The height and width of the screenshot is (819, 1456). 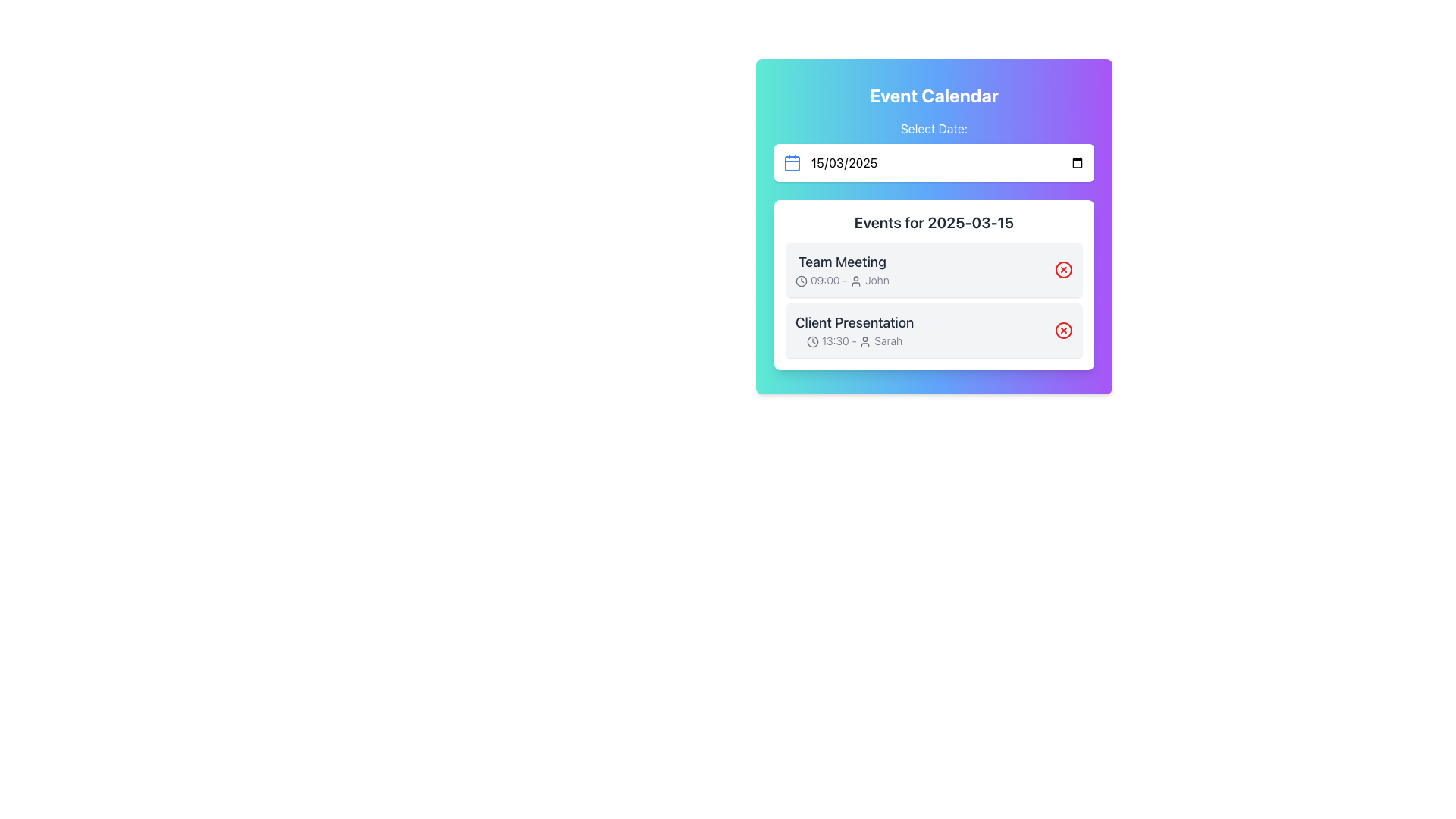 I want to click on scheduled time ('13:30') and participant name ('Sarah') displayed in the event calendar under the 'Client Presentation' header, so click(x=855, y=341).